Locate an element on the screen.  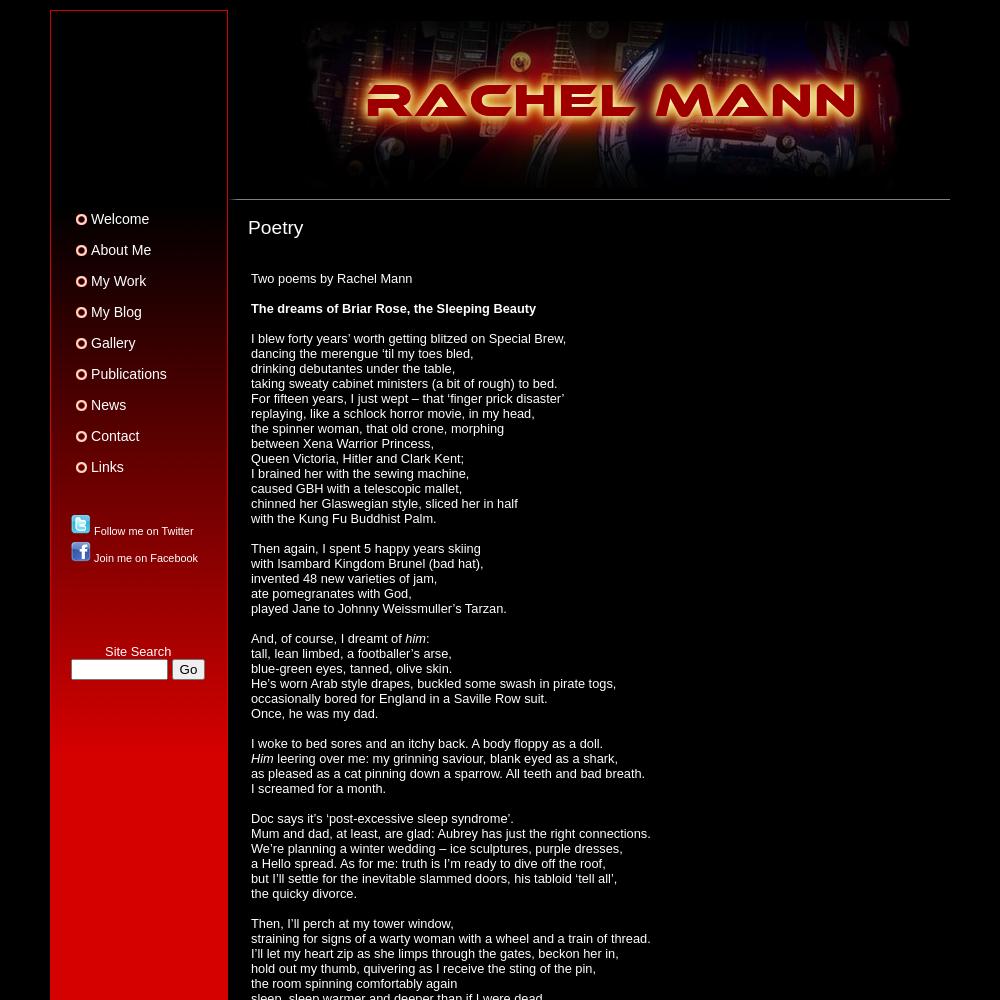
'leering over me: my grinning saviour, blank eyed as a shark,' is located at coordinates (444, 757).